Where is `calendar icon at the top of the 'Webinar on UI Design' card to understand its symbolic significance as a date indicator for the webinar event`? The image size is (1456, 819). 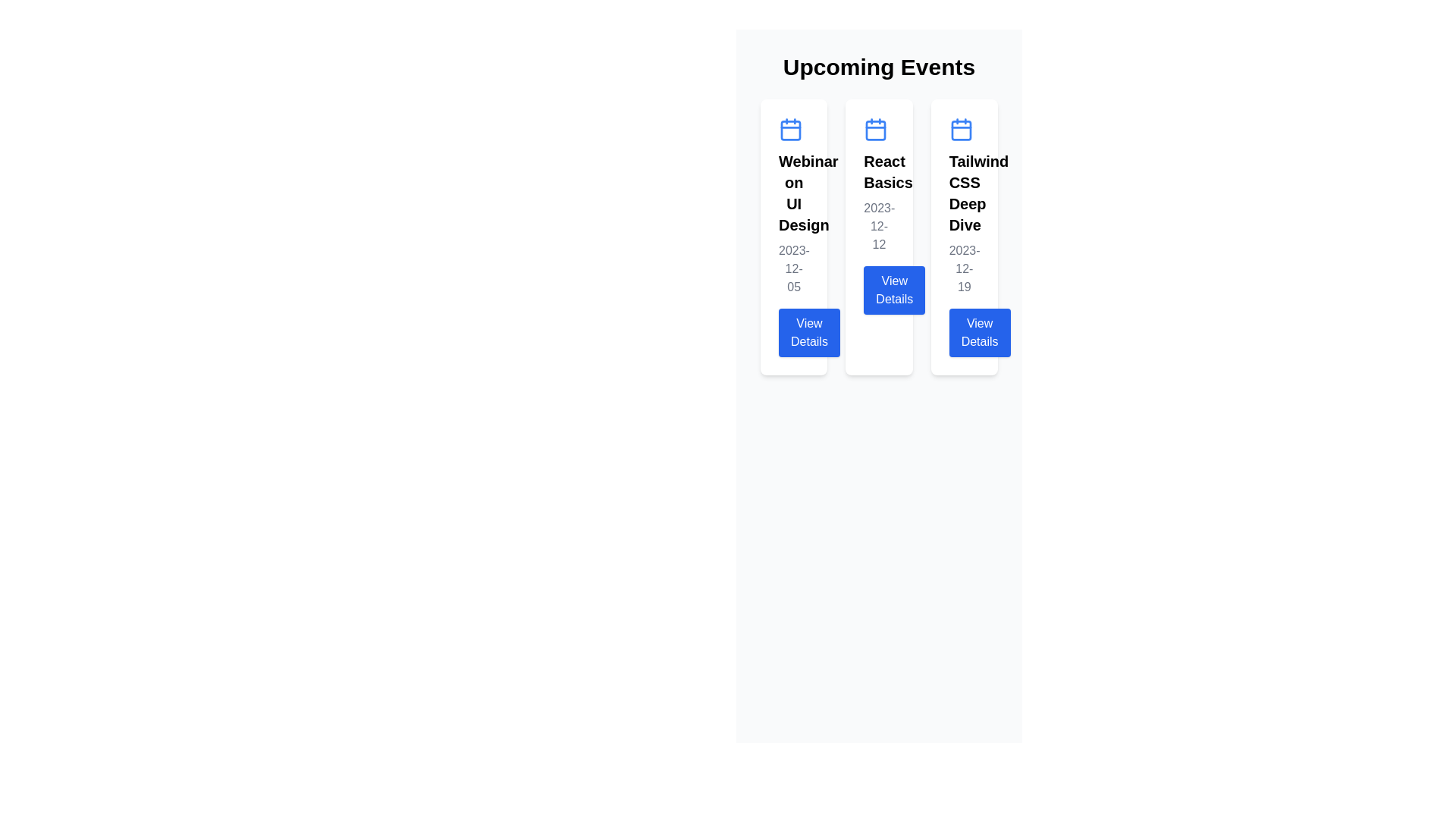
calendar icon at the top of the 'Webinar on UI Design' card to understand its symbolic significance as a date indicator for the webinar event is located at coordinates (789, 128).